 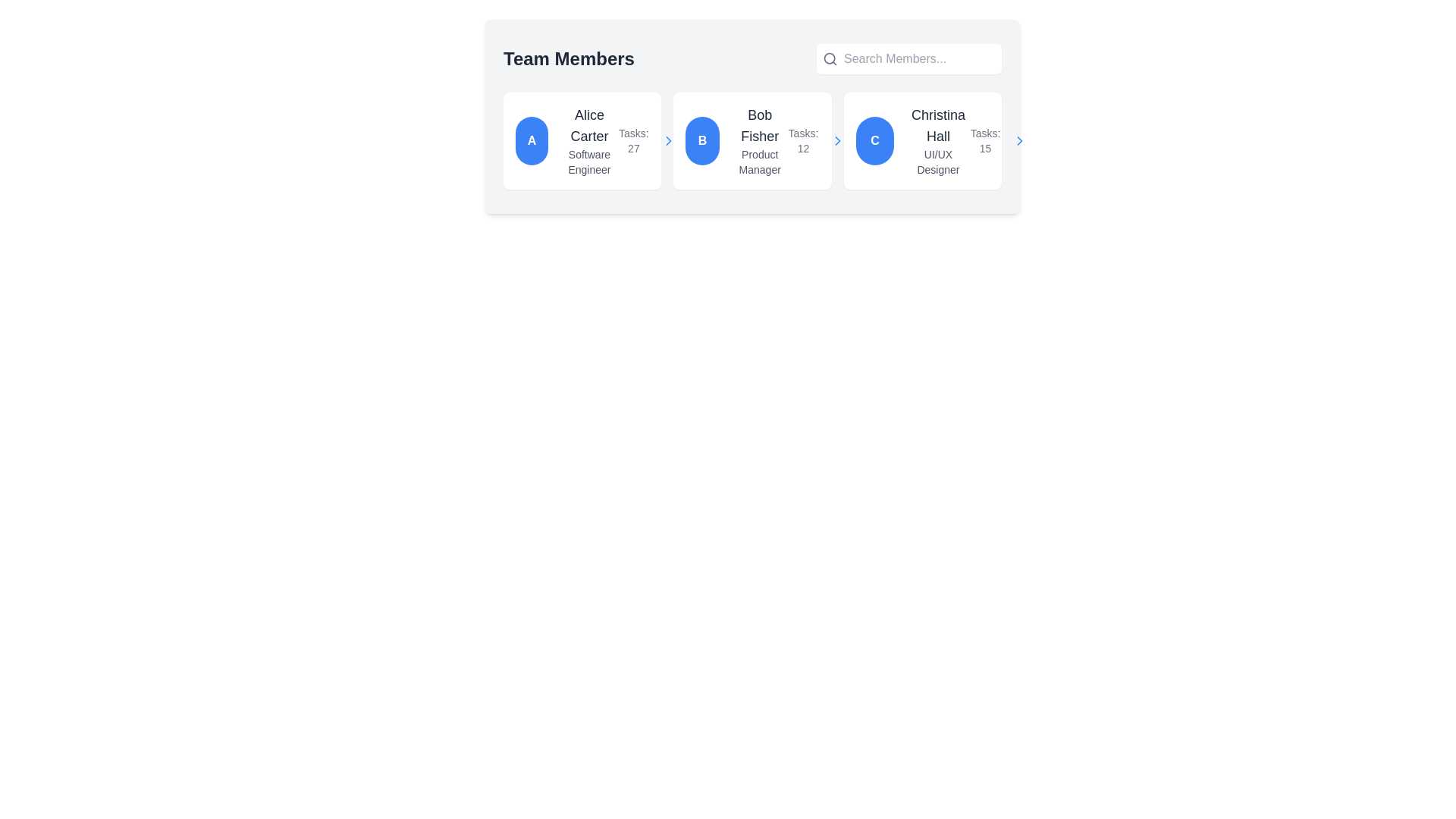 What do you see at coordinates (760, 124) in the screenshot?
I see `the text label displaying 'Bob Fisher', which is located in the second position of a horizontal member list, above the descriptive text 'Product Manager'` at bounding box center [760, 124].